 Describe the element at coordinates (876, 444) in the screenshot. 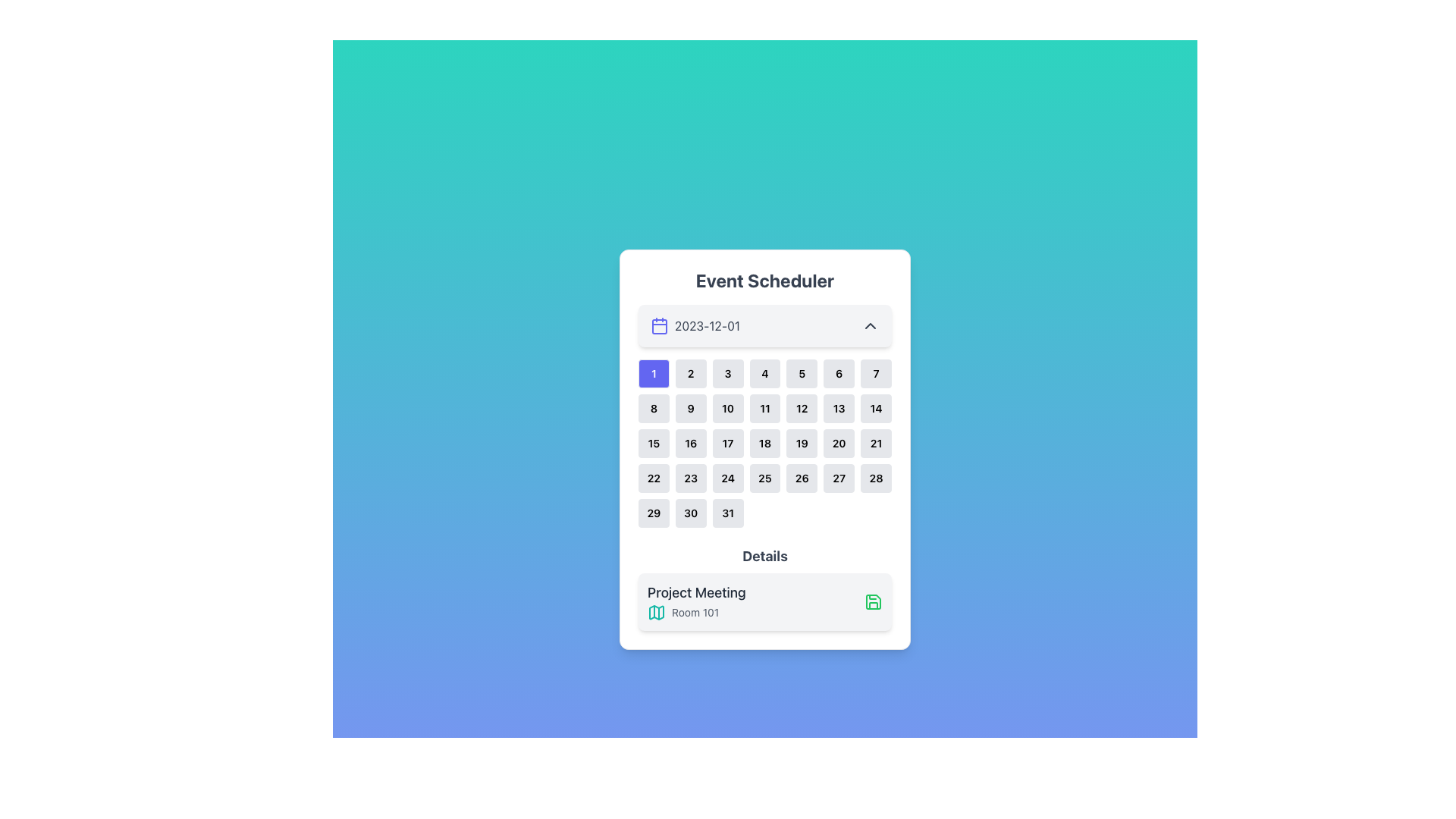

I see `the small rounded rectangular button labeled '21' in the lower part of the date-picker interface` at that location.